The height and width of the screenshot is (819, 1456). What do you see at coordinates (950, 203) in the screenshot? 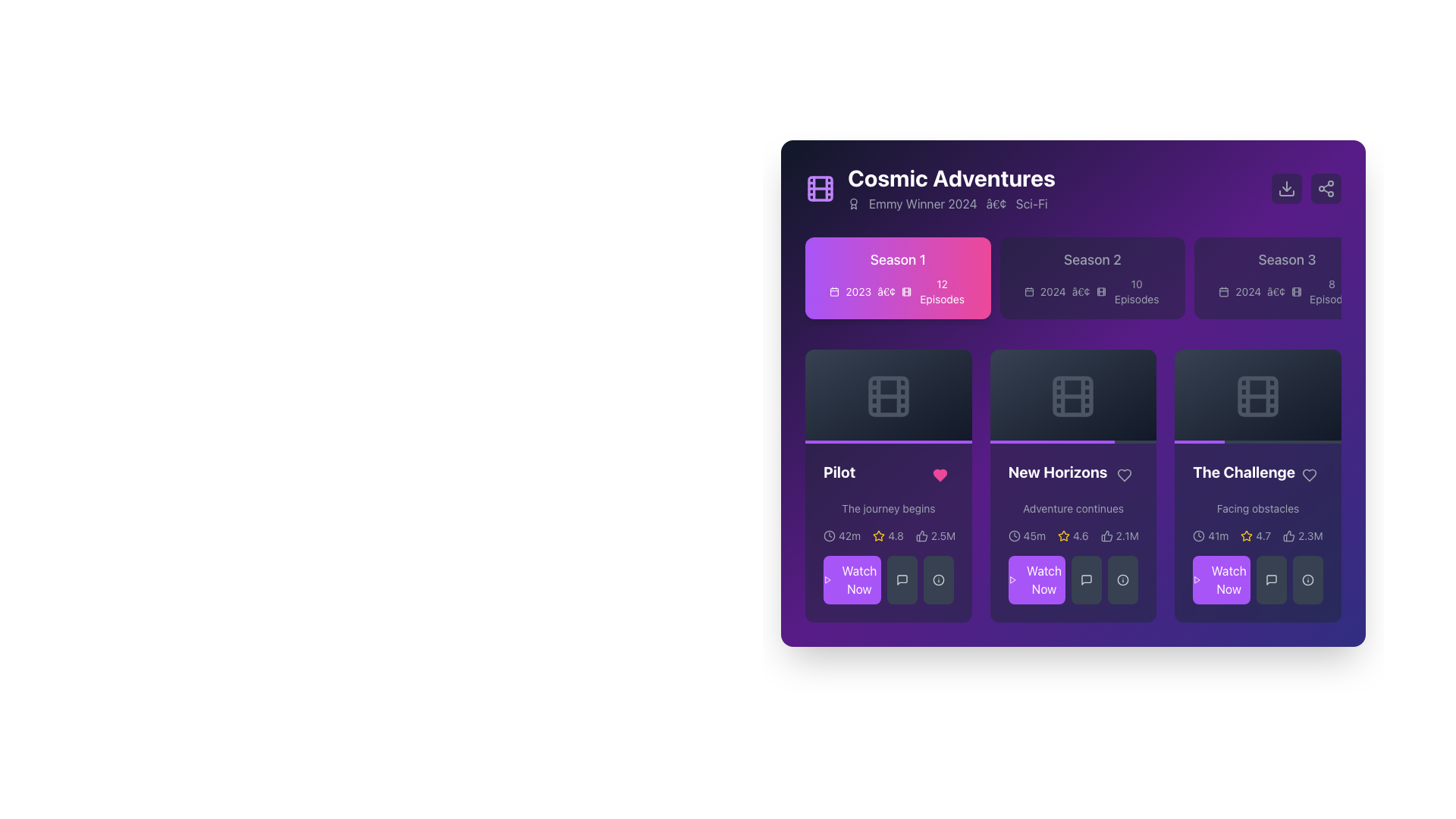
I see `the accolades text element located directly below the title 'Cosmic Adventures', which showcases accolades, year, and genre information` at bounding box center [950, 203].